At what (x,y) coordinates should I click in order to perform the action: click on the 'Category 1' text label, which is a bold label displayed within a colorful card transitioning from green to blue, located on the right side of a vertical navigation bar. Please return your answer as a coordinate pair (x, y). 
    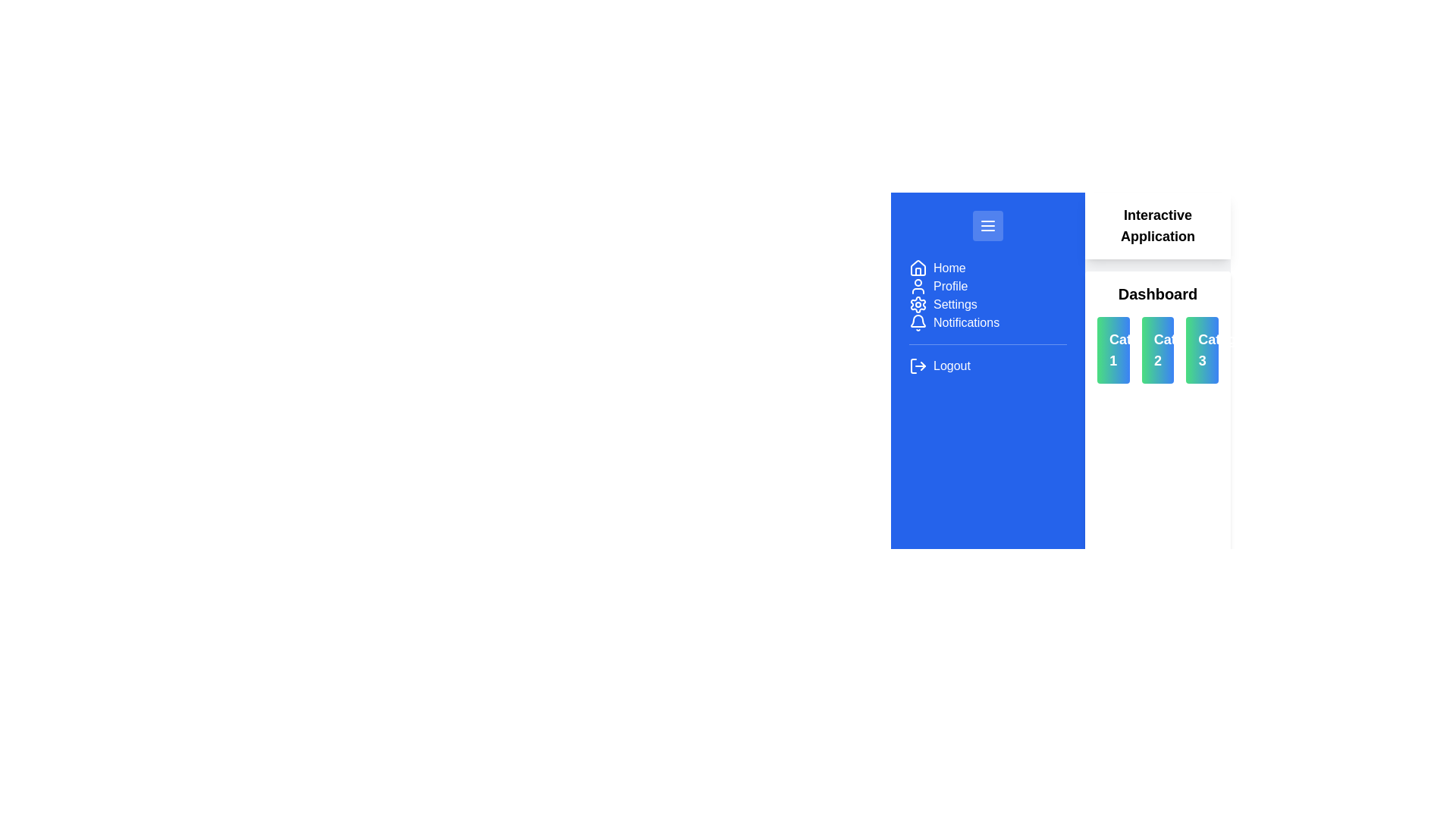
    Looking at the image, I should click on (1113, 350).